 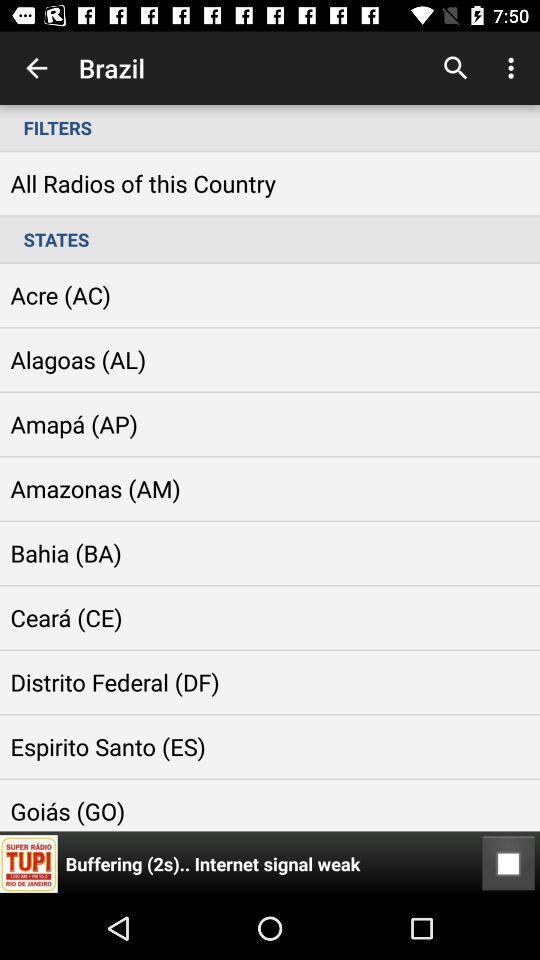 What do you see at coordinates (36, 68) in the screenshot?
I see `the app next to the brazil item` at bounding box center [36, 68].